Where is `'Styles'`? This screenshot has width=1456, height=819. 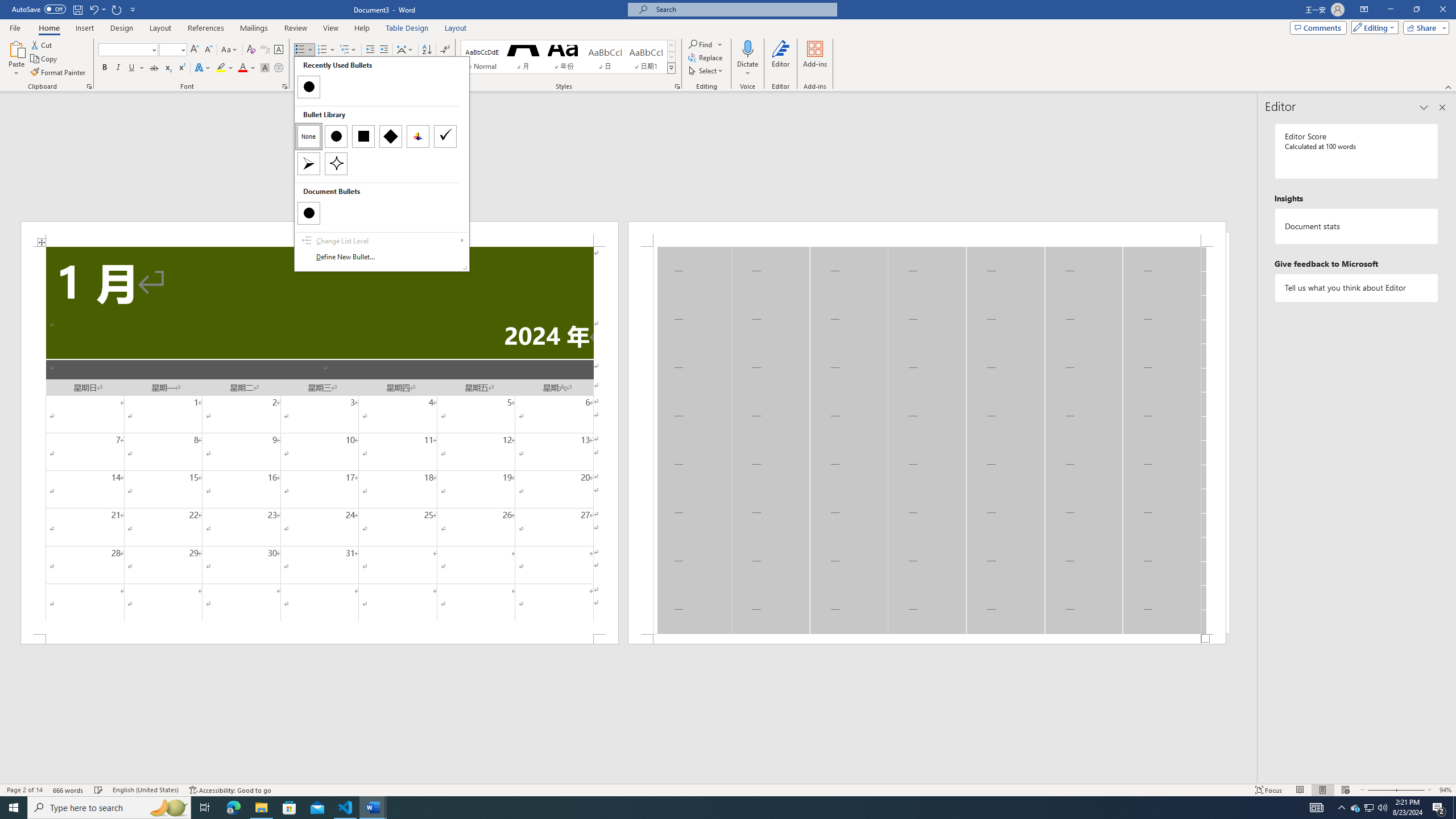 'Styles' is located at coordinates (671, 67).